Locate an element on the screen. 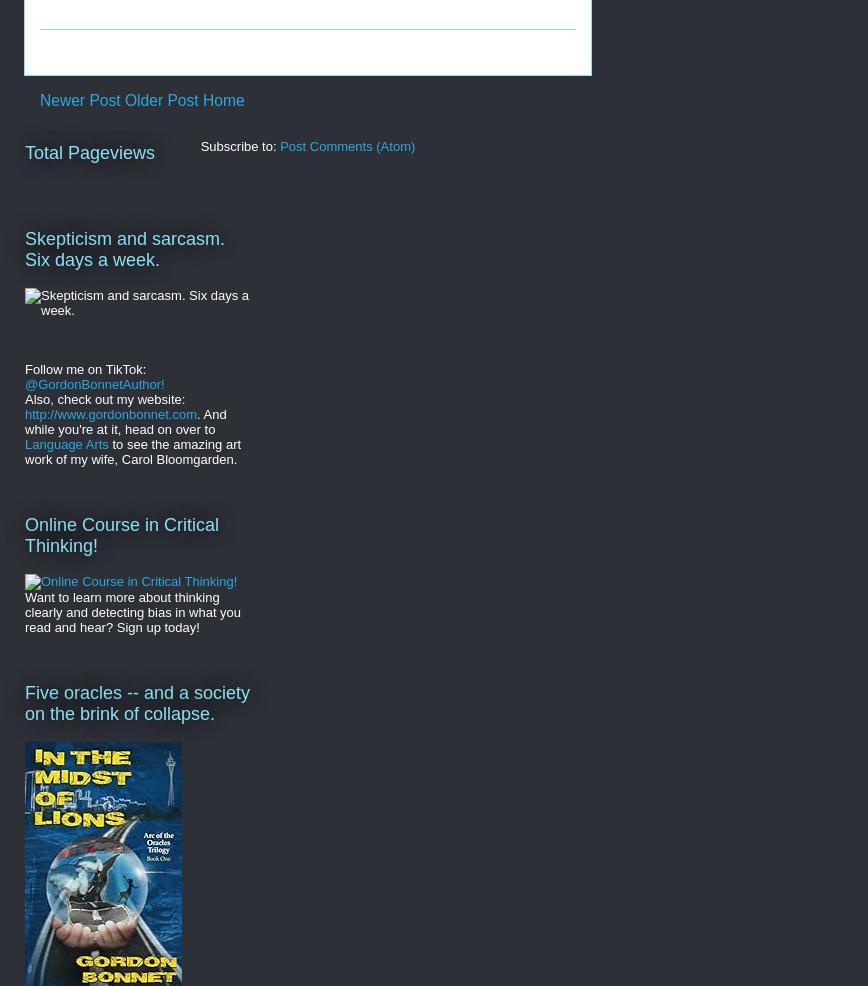 The width and height of the screenshot is (868, 986). 'http://www.gordonbonnet.com' is located at coordinates (111, 414).